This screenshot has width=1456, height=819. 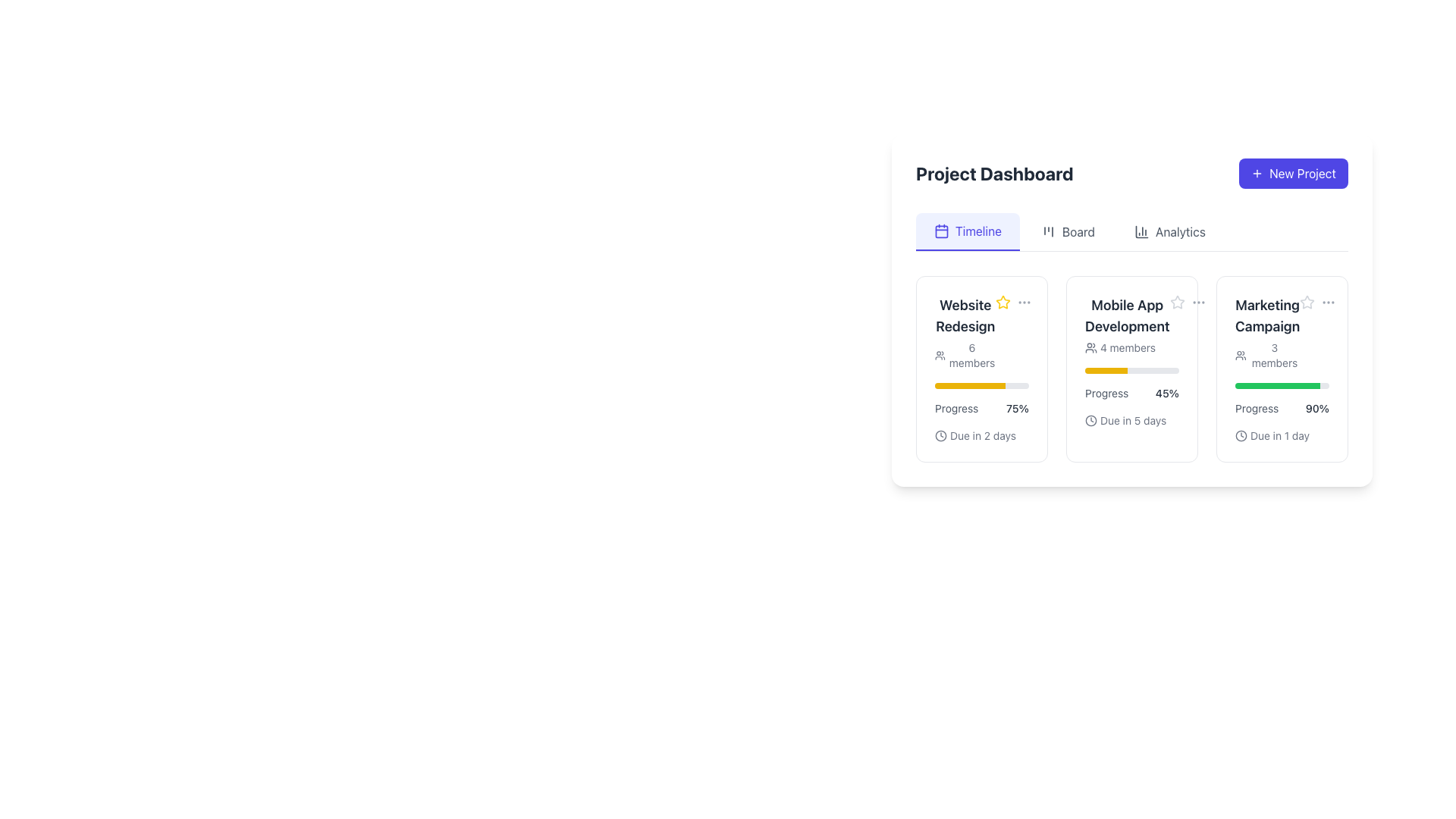 I want to click on the filled section of the progress bar indicating 75% completion within the 'Website Redesign' card, located below the 'Progress' label, so click(x=969, y=385).